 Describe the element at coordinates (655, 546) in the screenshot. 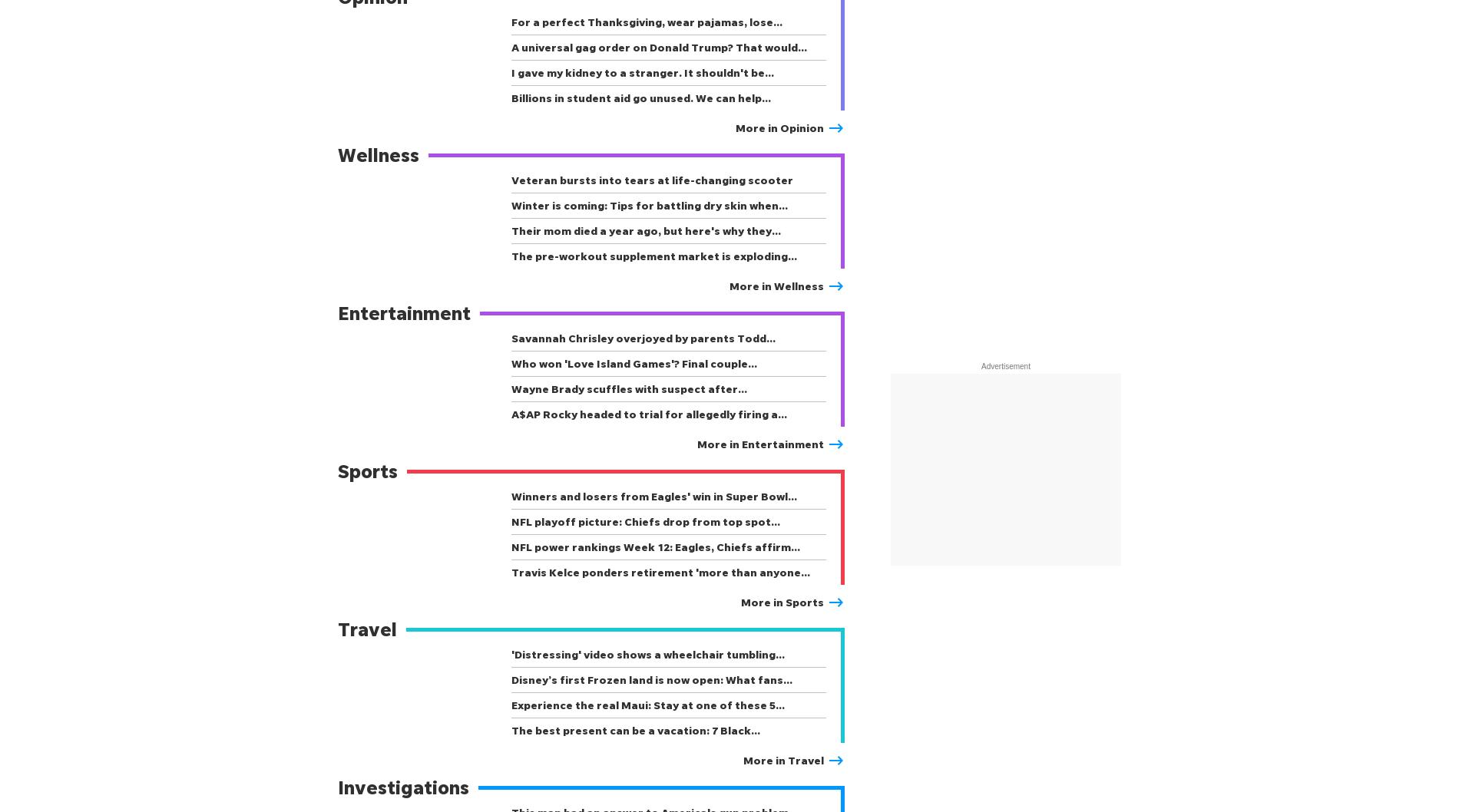

I see `'NFL power rankings Week 12: Eagles, Chiefs affirm…'` at that location.